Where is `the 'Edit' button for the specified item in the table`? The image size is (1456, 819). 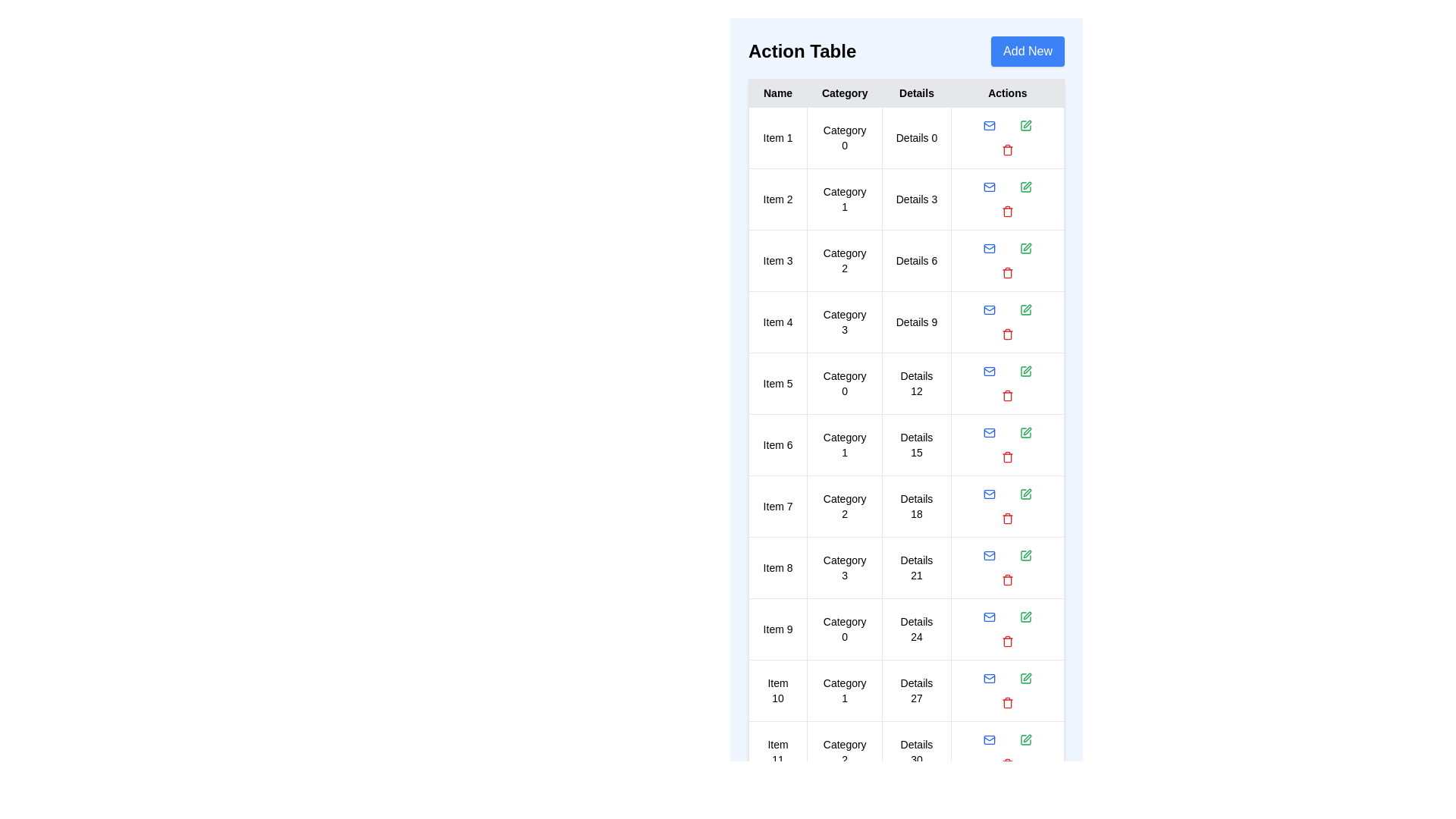 the 'Edit' button for the specified item in the table is located at coordinates (1025, 124).